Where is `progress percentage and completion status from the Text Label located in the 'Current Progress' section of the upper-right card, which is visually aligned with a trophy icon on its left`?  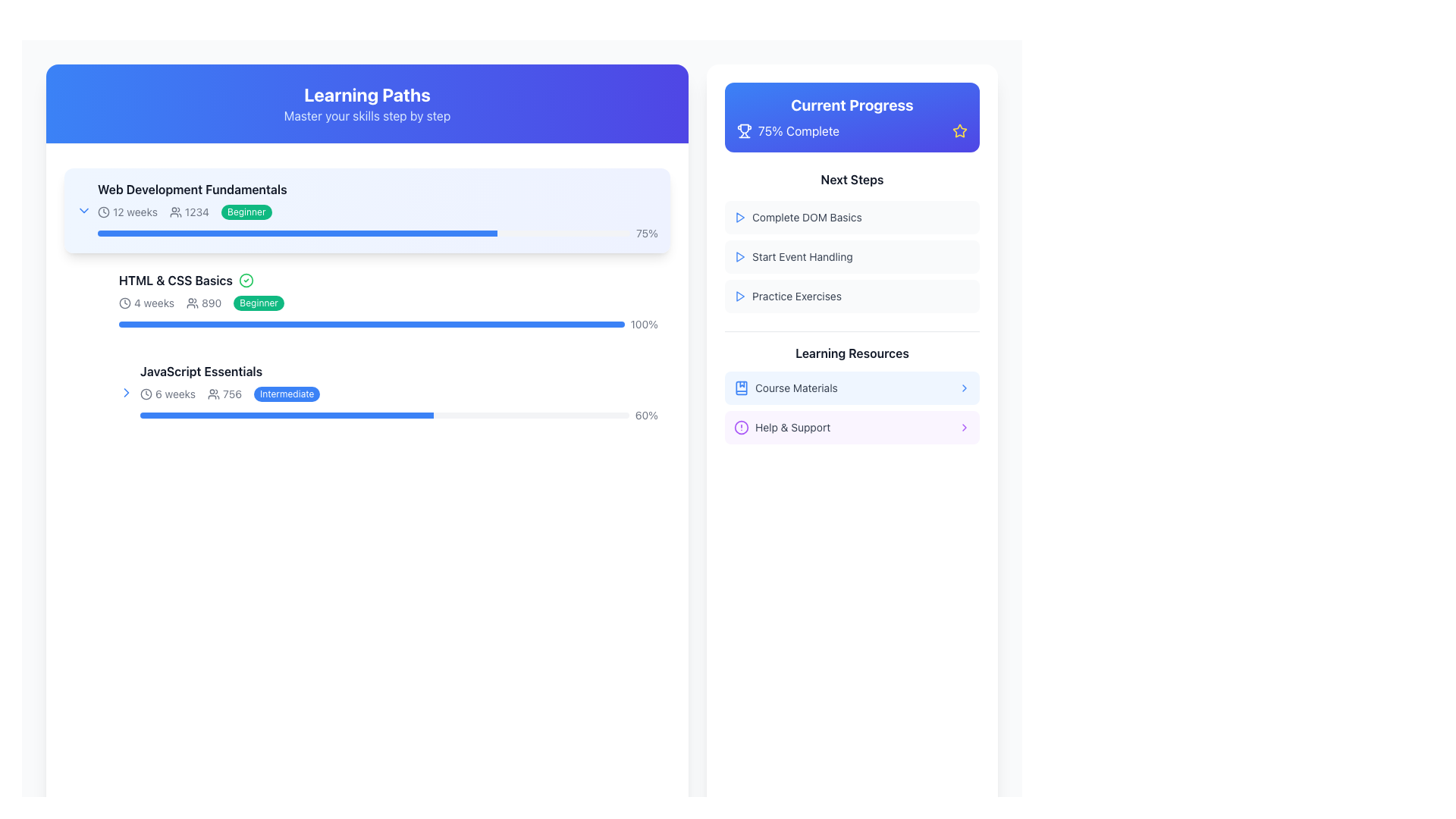
progress percentage and completion status from the Text Label located in the 'Current Progress' section of the upper-right card, which is visually aligned with a trophy icon on its left is located at coordinates (798, 130).